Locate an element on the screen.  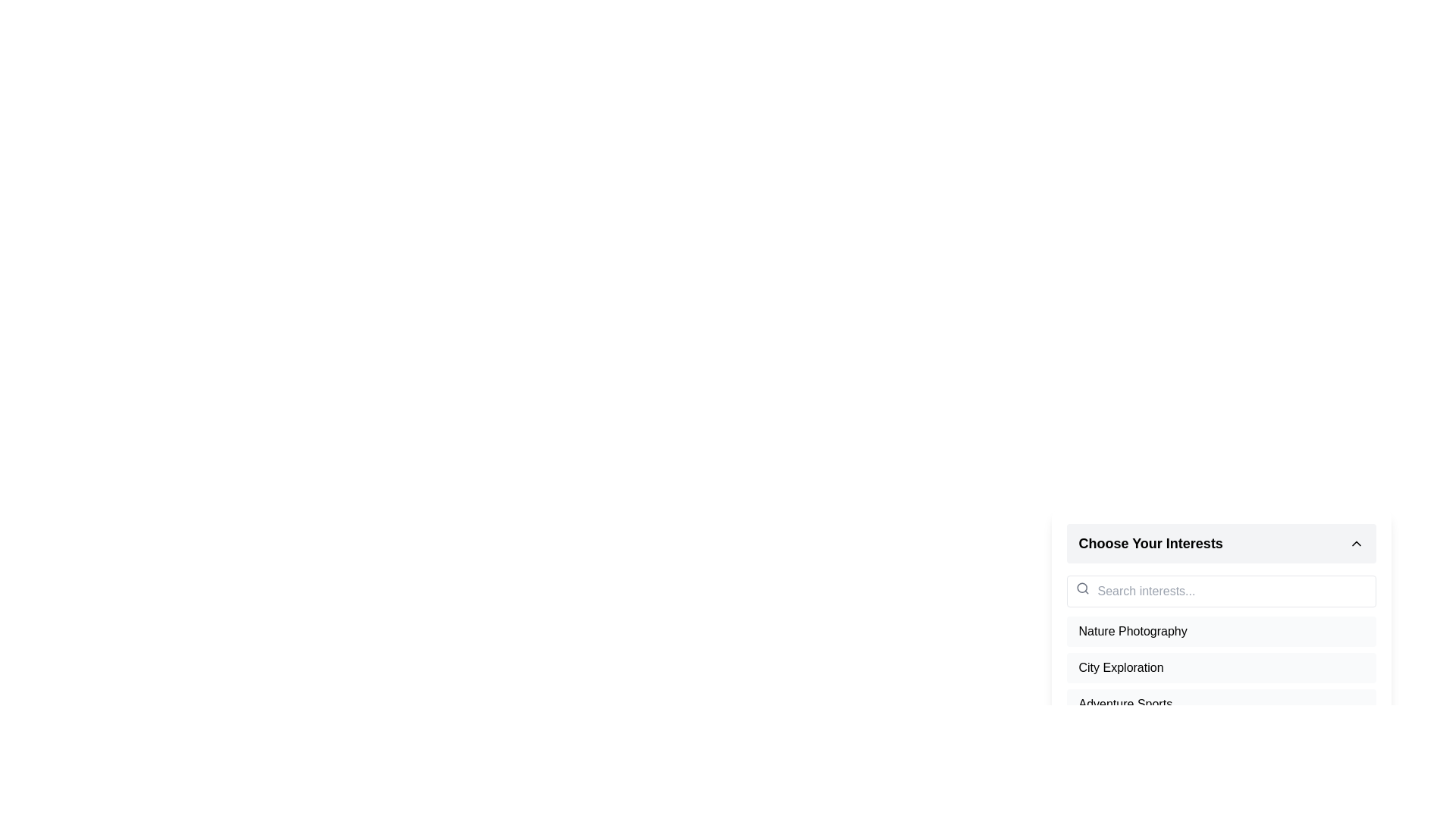
the list item labeled 'Adventure Sports', which is the third item in the selectable options under 'Choose Your Interests' is located at coordinates (1125, 704).